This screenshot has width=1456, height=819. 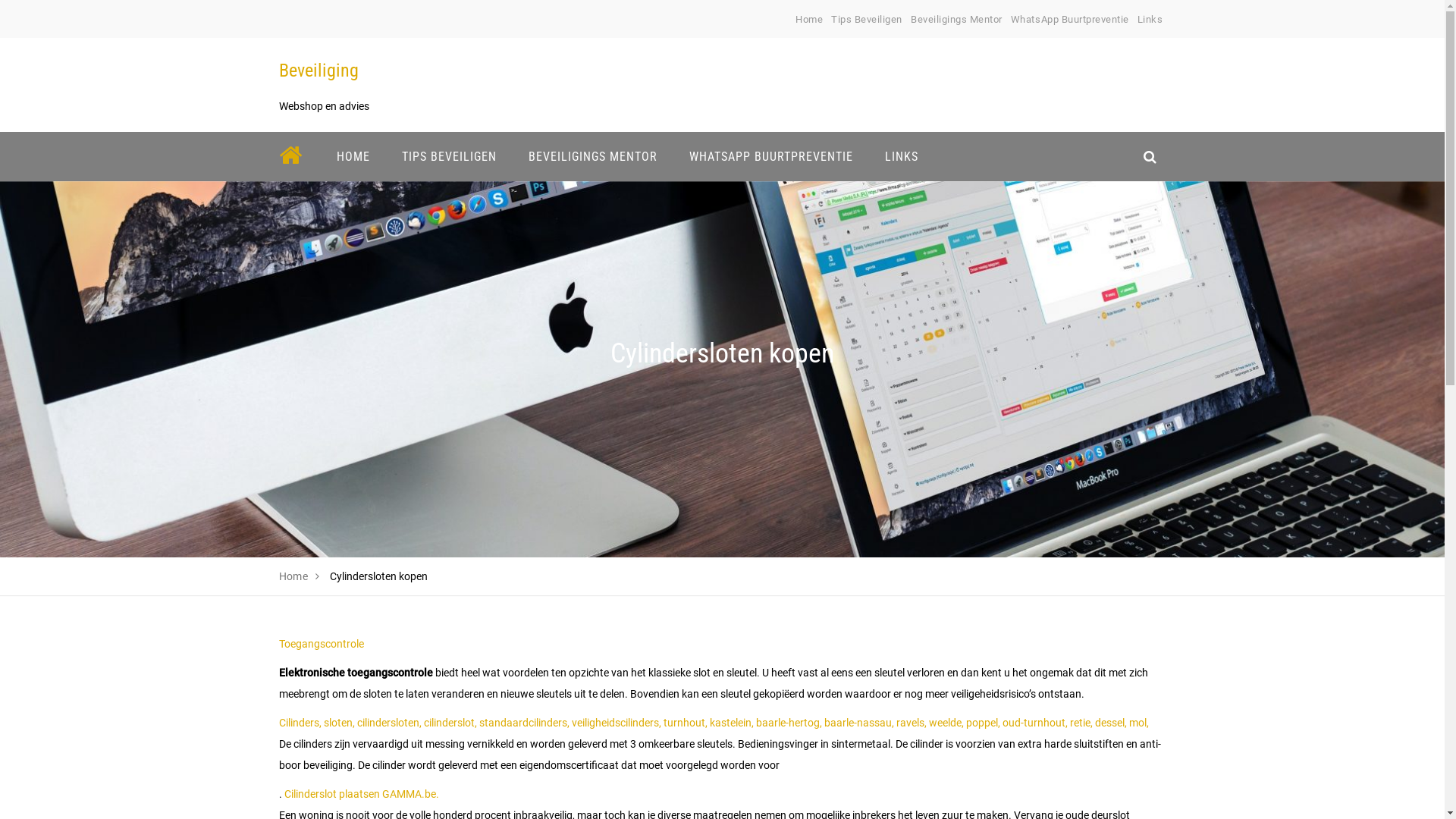 I want to click on 'Cilinderslot plaatsen GAMMA.be.', so click(x=359, y=792).